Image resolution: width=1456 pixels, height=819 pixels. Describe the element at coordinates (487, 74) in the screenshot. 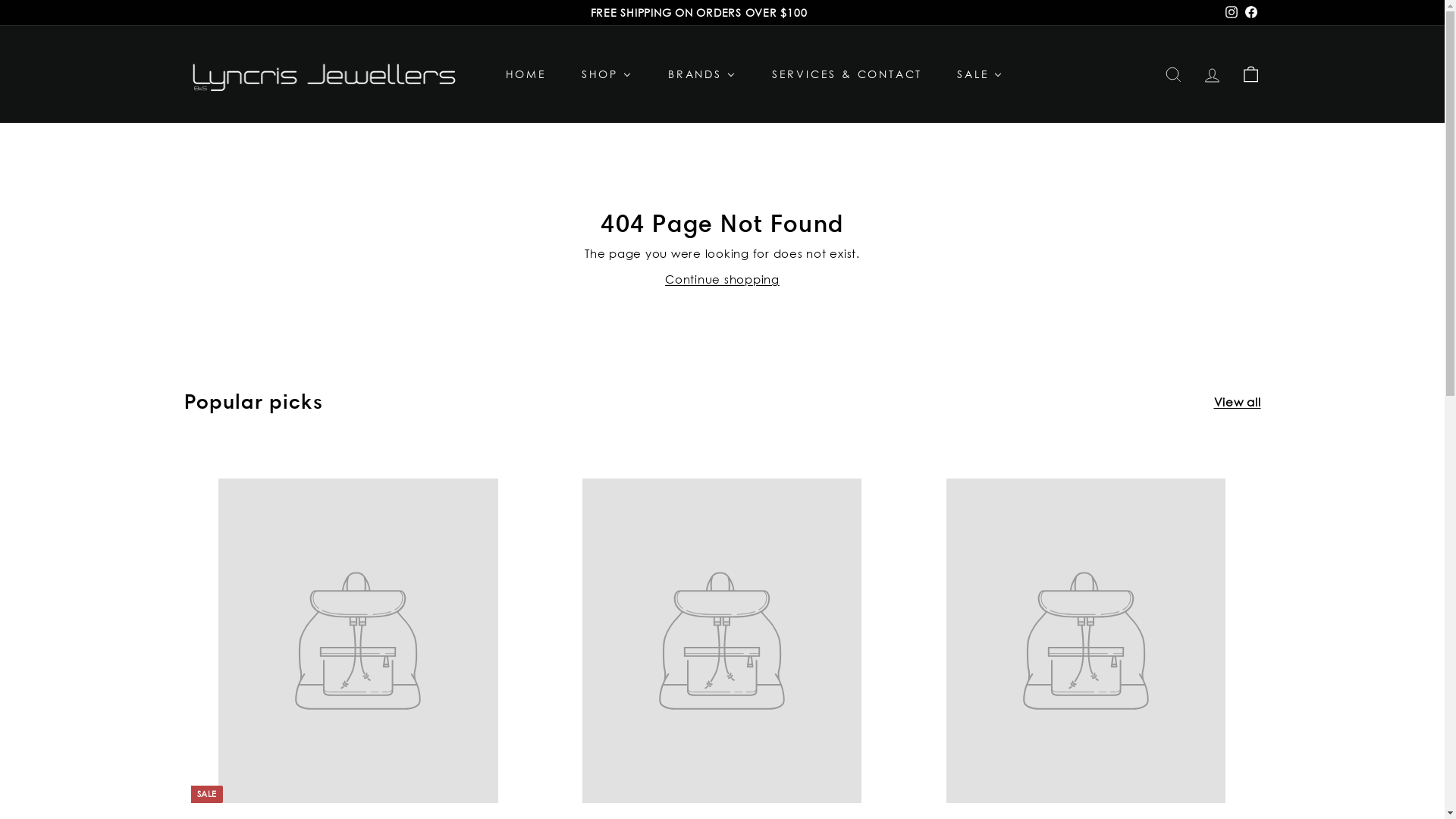

I see `'HOME'` at that location.